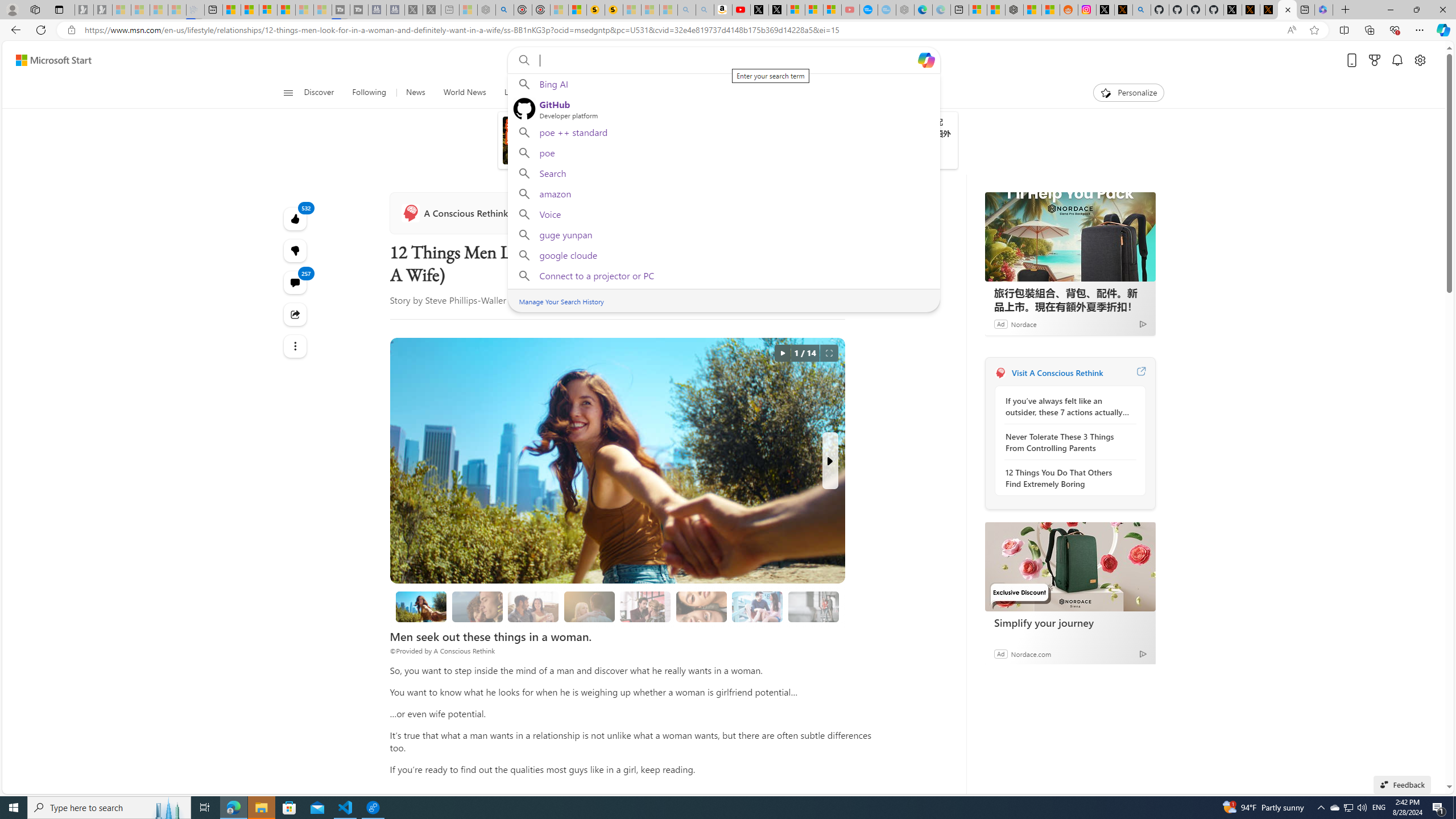  I want to click on 'Full screen', so click(828, 353).